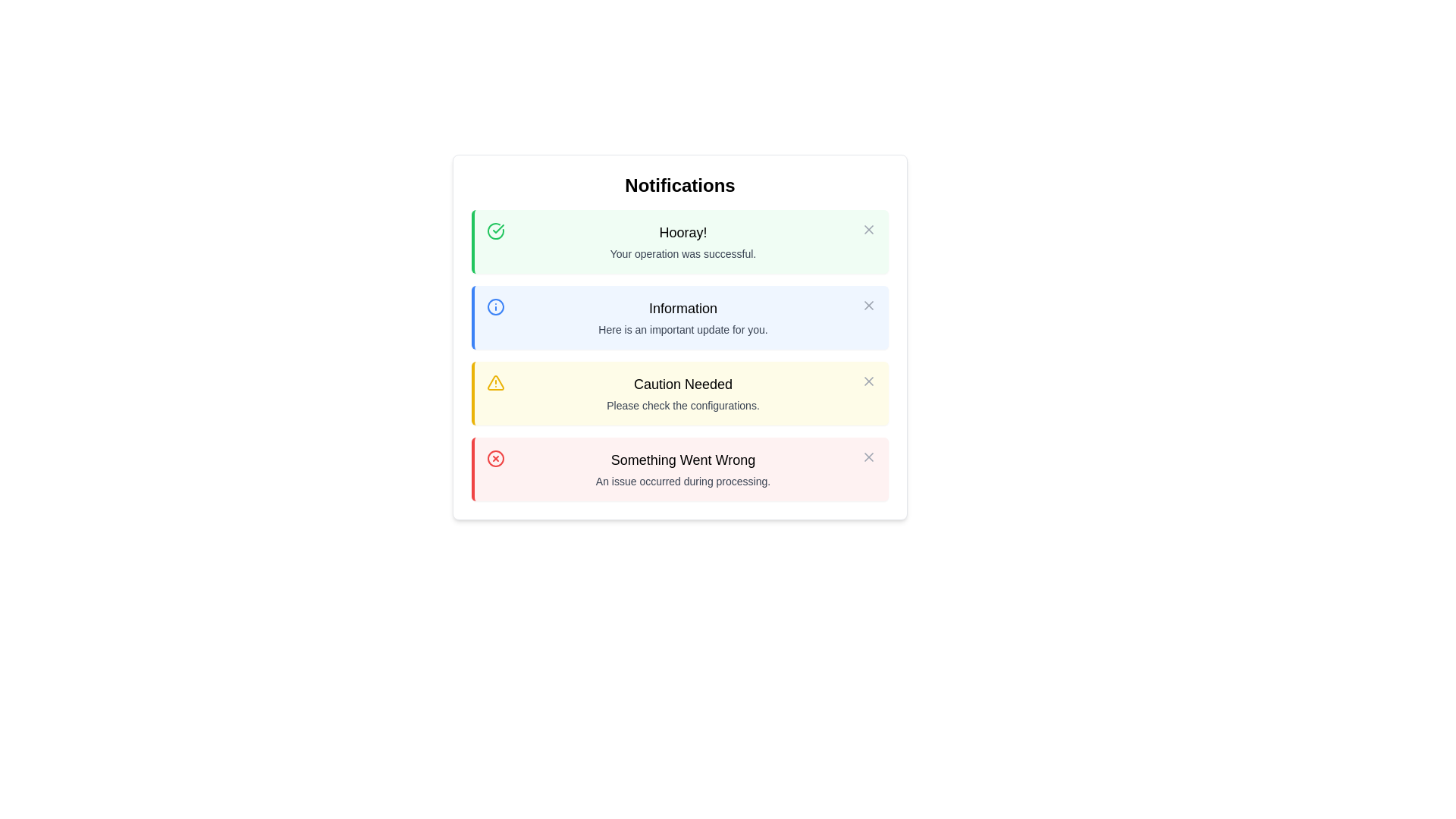 Image resolution: width=1456 pixels, height=819 pixels. Describe the element at coordinates (682, 459) in the screenshot. I see `the text element displaying 'Something Went Wrong' which is part of a notification panel with a red border, indicating an error` at that location.